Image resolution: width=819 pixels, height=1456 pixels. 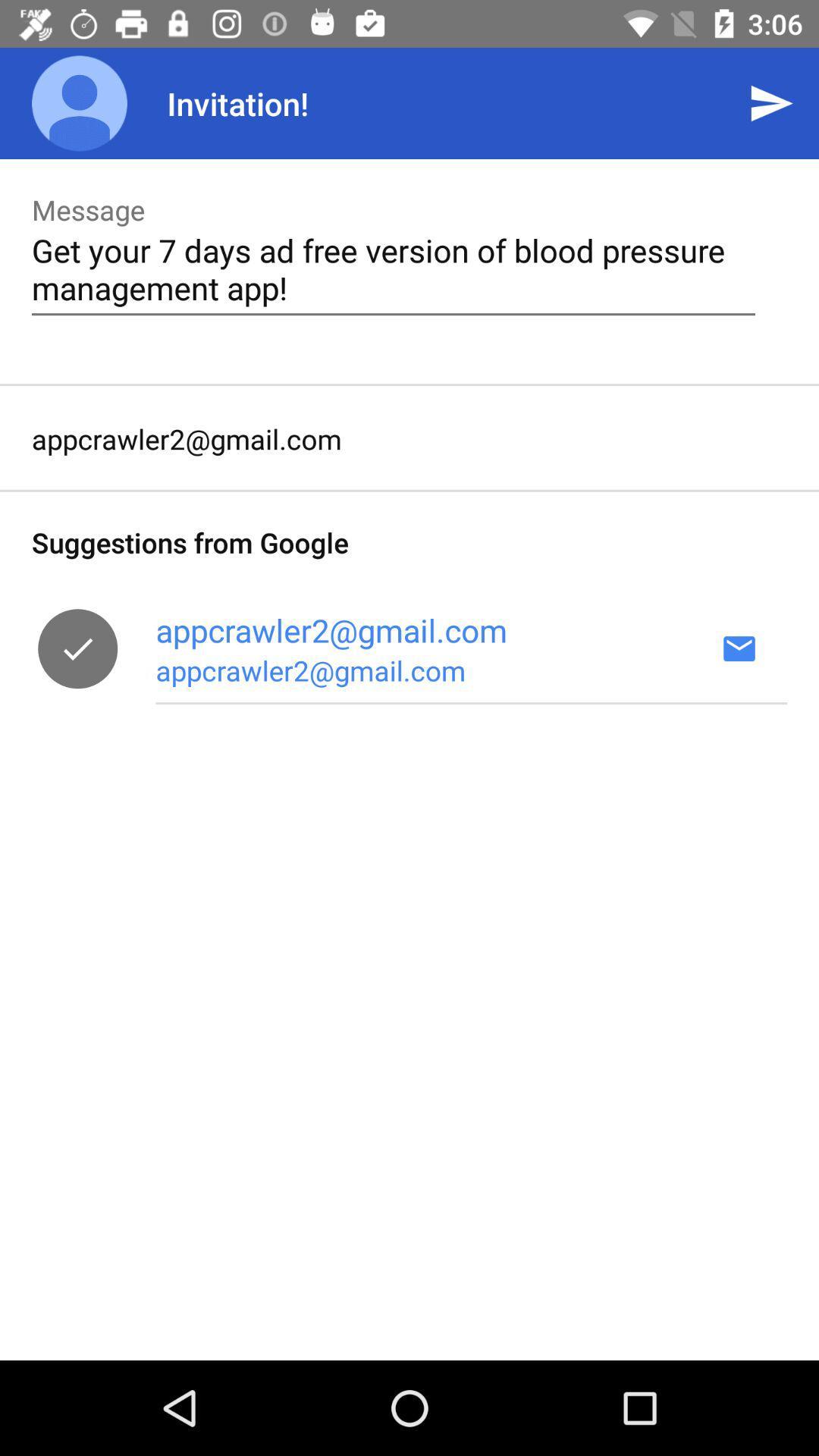 I want to click on the get your 7, so click(x=393, y=268).